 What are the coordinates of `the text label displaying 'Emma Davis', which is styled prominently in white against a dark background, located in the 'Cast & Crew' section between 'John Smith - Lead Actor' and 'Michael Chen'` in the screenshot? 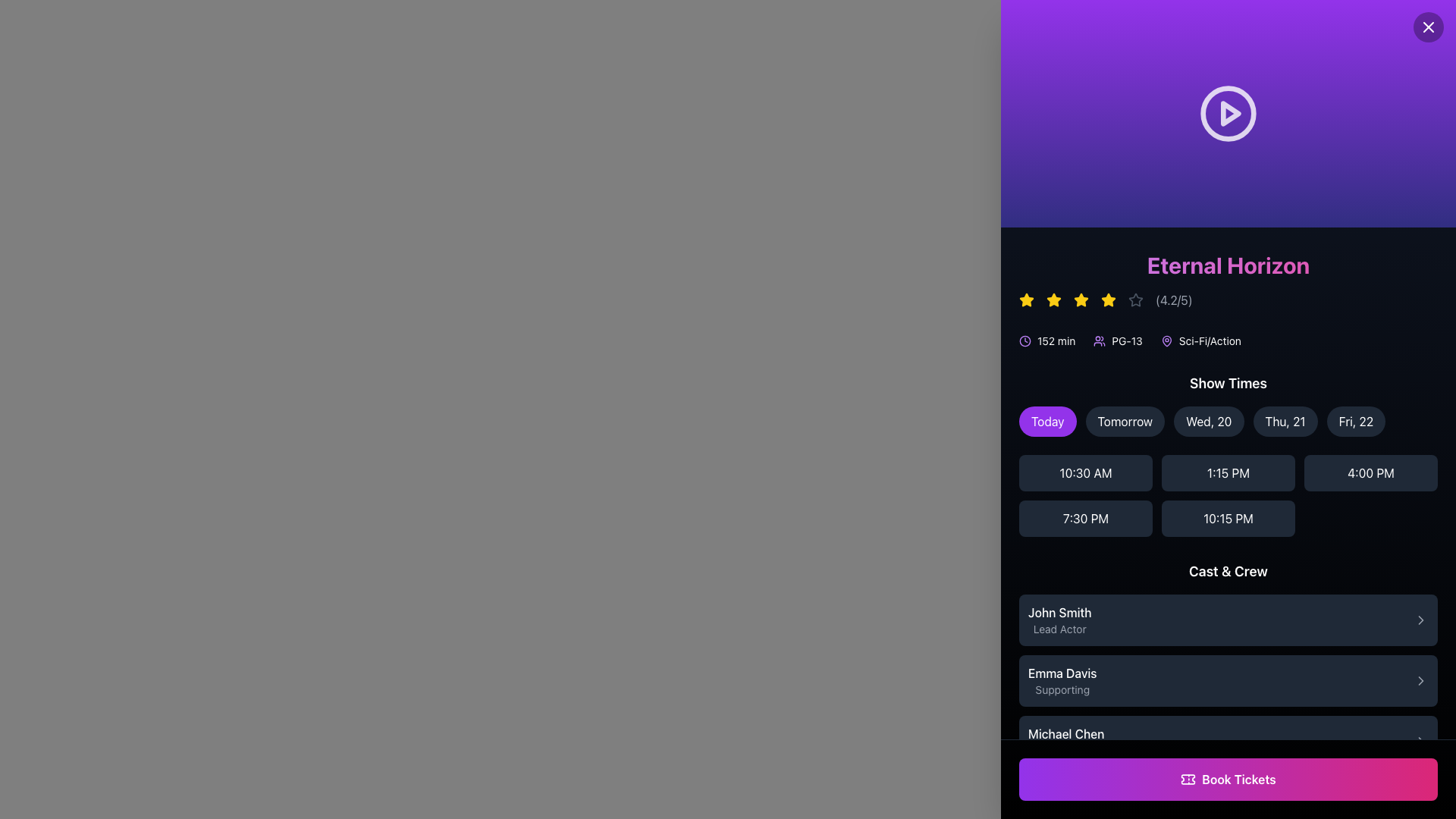 It's located at (1062, 672).